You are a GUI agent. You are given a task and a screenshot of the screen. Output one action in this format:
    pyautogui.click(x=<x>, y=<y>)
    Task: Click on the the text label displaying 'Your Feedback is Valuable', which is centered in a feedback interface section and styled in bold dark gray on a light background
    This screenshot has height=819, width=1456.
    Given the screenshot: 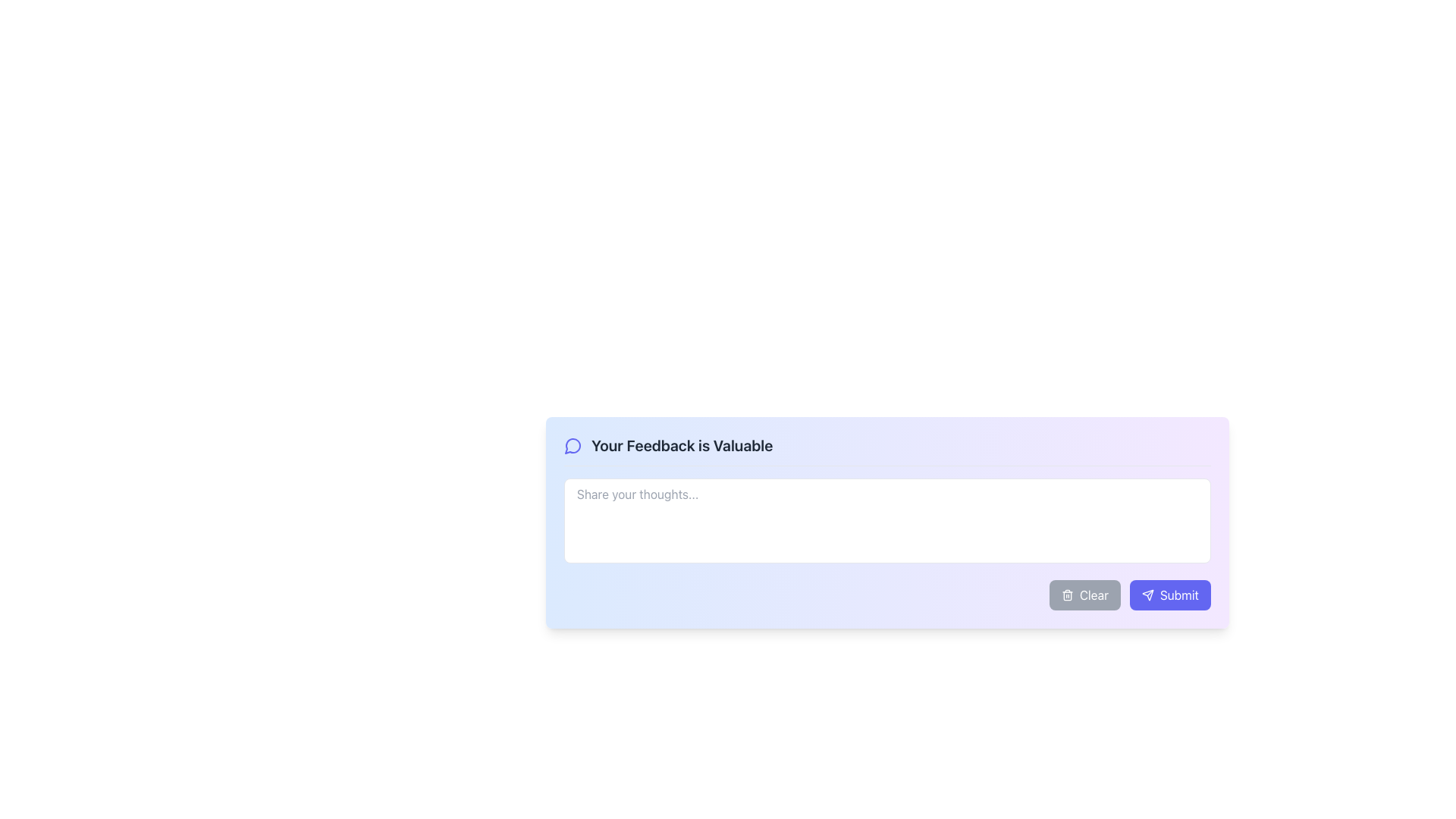 What is the action you would take?
    pyautogui.click(x=681, y=444)
    